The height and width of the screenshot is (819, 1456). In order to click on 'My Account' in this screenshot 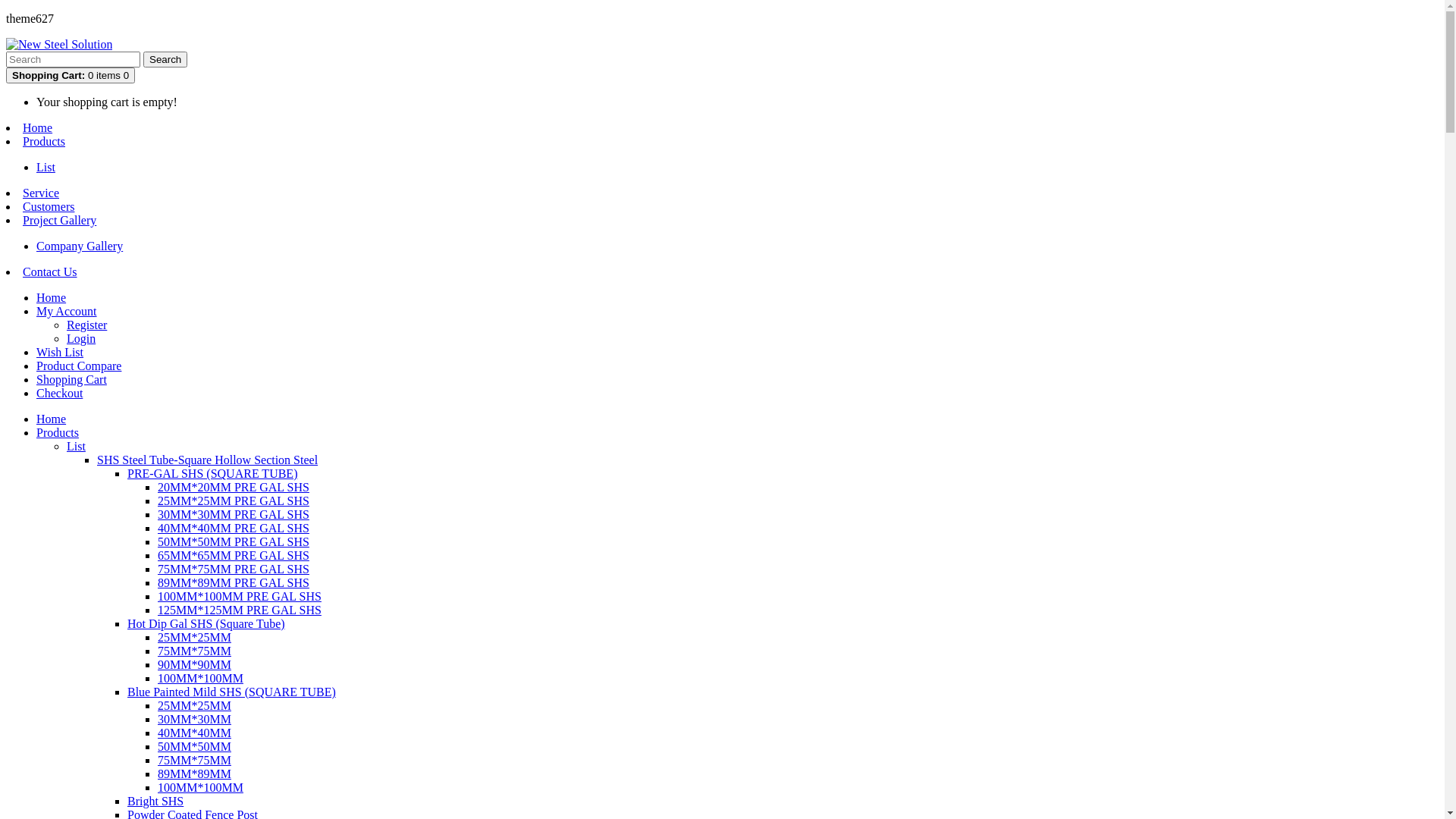, I will do `click(65, 310)`.